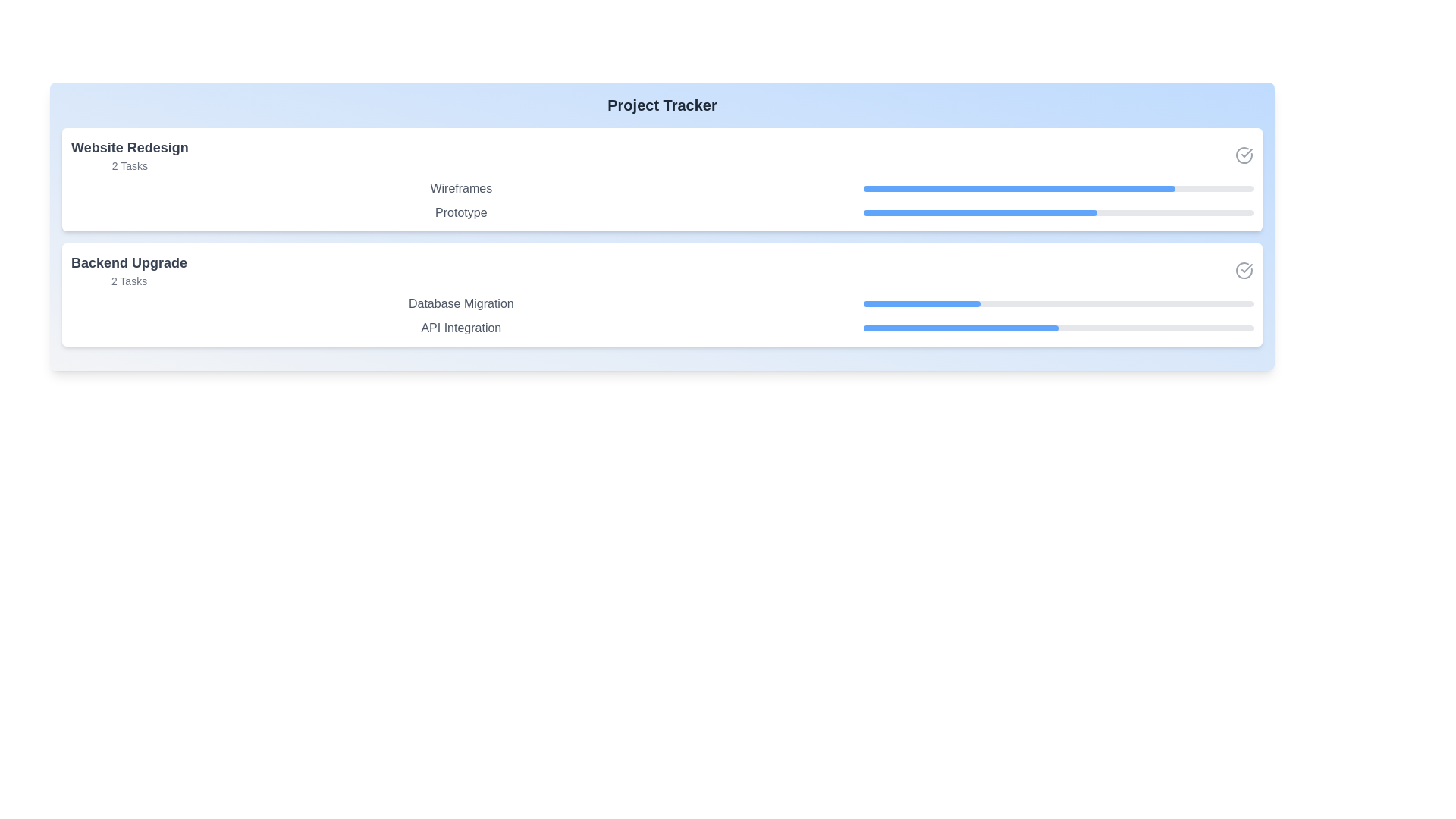 The width and height of the screenshot is (1456, 819). What do you see at coordinates (662, 327) in the screenshot?
I see `details of the 'API Integration' task item with a progress bar located under 'Database Migration' in the 'Backend Upgrade' list` at bounding box center [662, 327].